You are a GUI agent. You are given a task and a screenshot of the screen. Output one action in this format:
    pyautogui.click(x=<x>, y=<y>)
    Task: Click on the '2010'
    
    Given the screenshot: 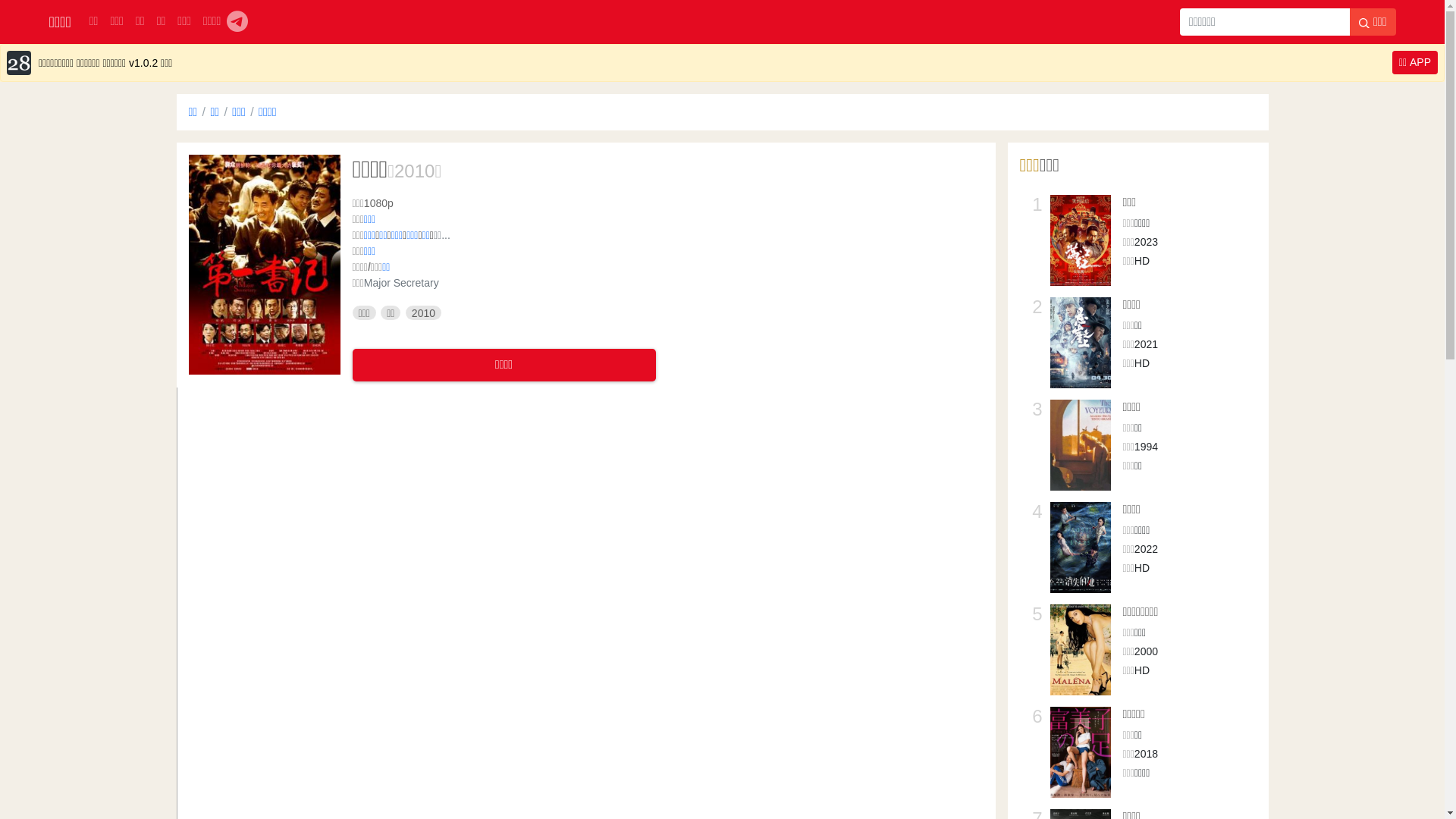 What is the action you would take?
    pyautogui.click(x=423, y=312)
    